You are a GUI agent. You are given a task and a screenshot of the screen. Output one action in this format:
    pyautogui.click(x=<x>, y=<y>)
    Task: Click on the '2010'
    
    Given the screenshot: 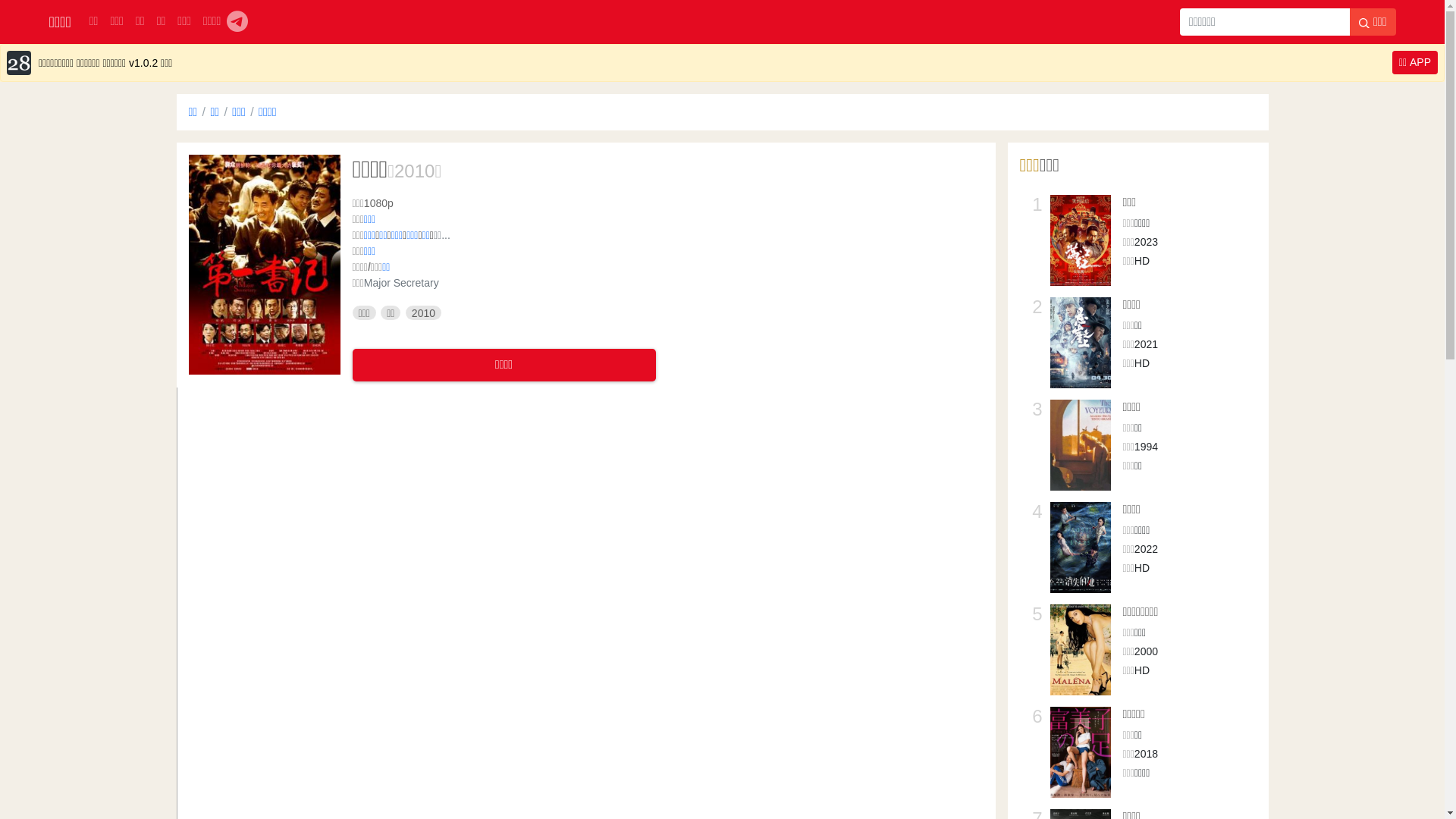 What is the action you would take?
    pyautogui.click(x=423, y=312)
    